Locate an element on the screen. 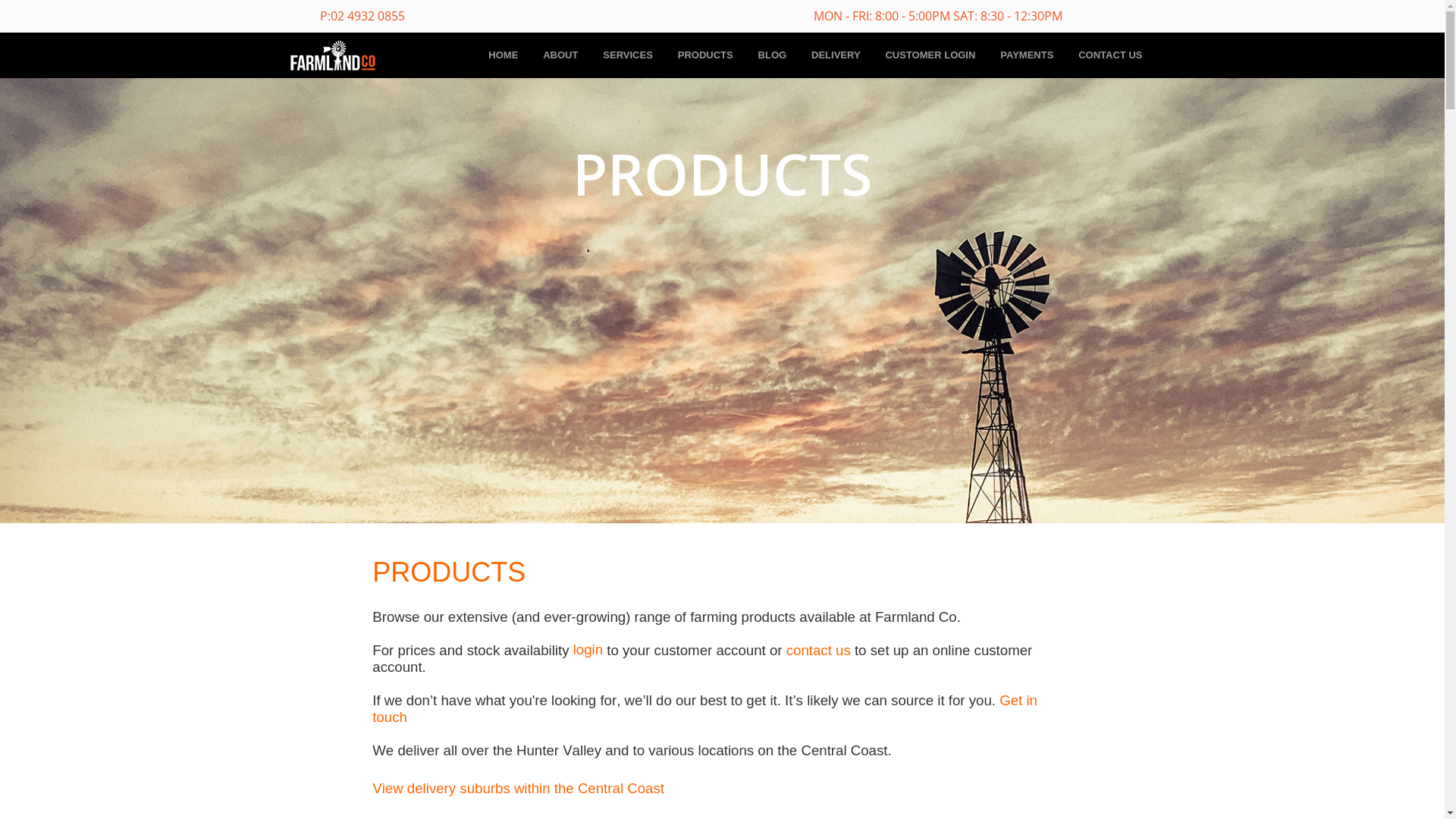 The width and height of the screenshot is (1456, 819). 'DELIVERY' is located at coordinates (835, 55).